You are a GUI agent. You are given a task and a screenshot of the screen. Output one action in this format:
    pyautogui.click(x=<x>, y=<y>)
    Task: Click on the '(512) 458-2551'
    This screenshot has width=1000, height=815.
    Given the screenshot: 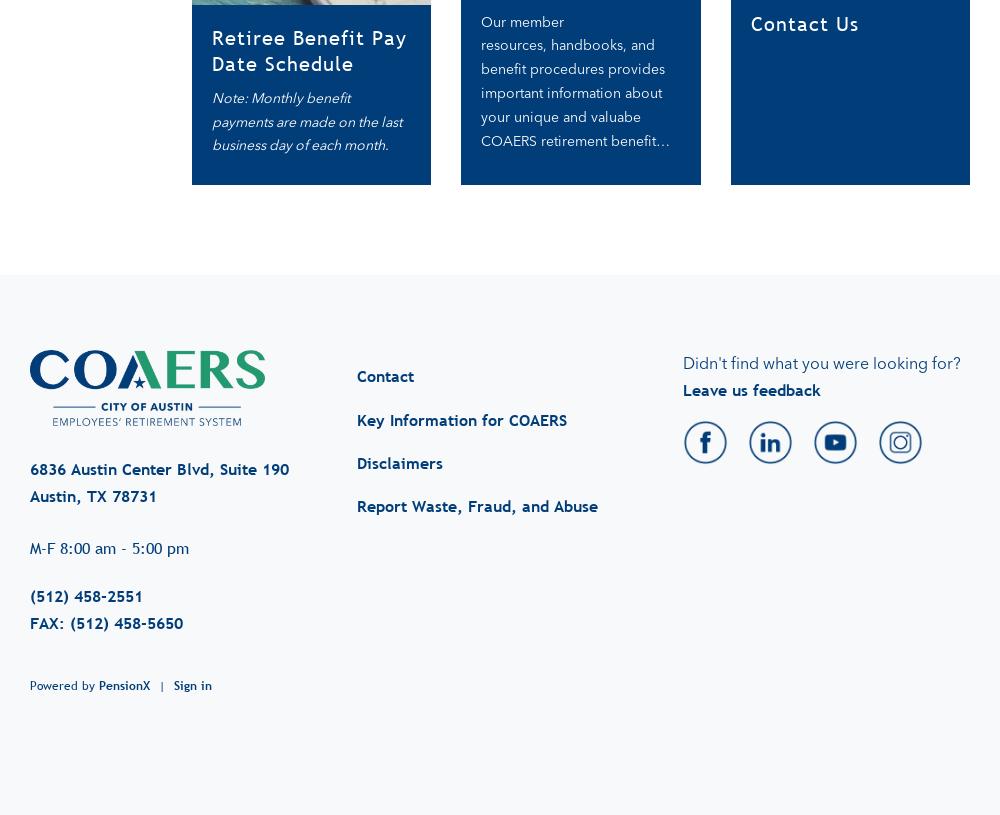 What is the action you would take?
    pyautogui.click(x=85, y=574)
    